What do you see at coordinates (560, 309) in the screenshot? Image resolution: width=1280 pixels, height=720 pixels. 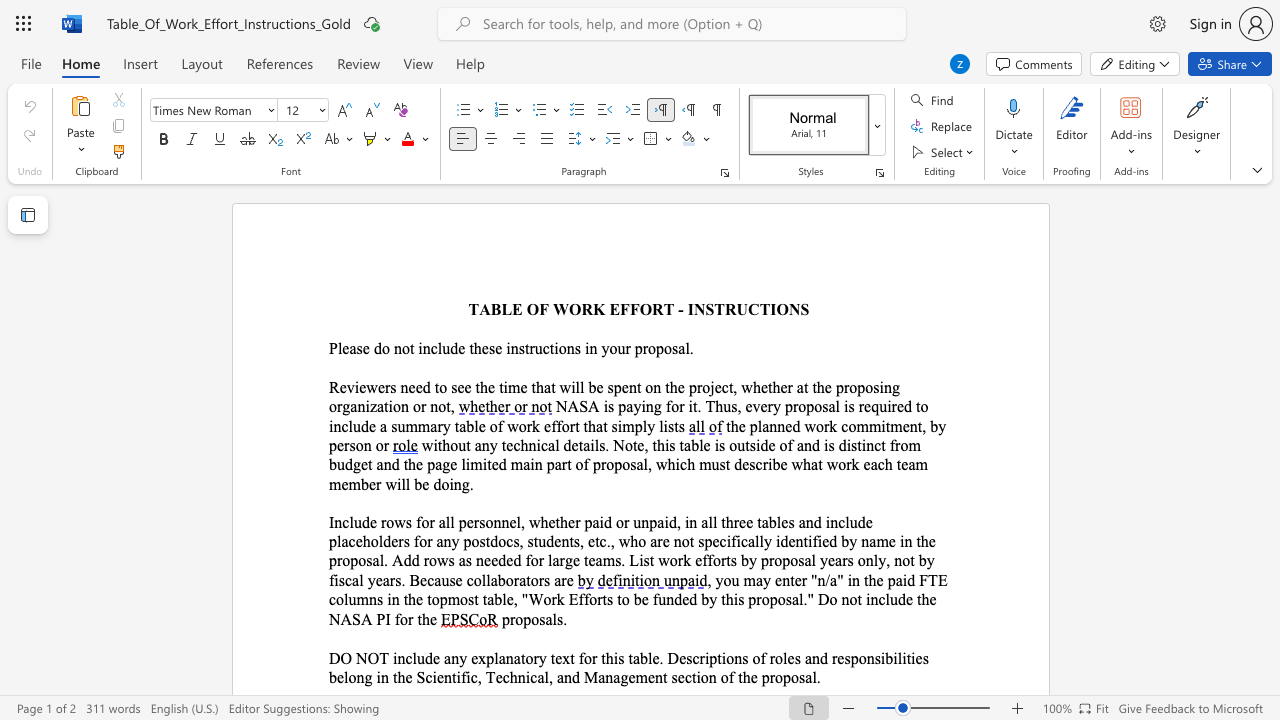 I see `the 1th character "W" in the text` at bounding box center [560, 309].